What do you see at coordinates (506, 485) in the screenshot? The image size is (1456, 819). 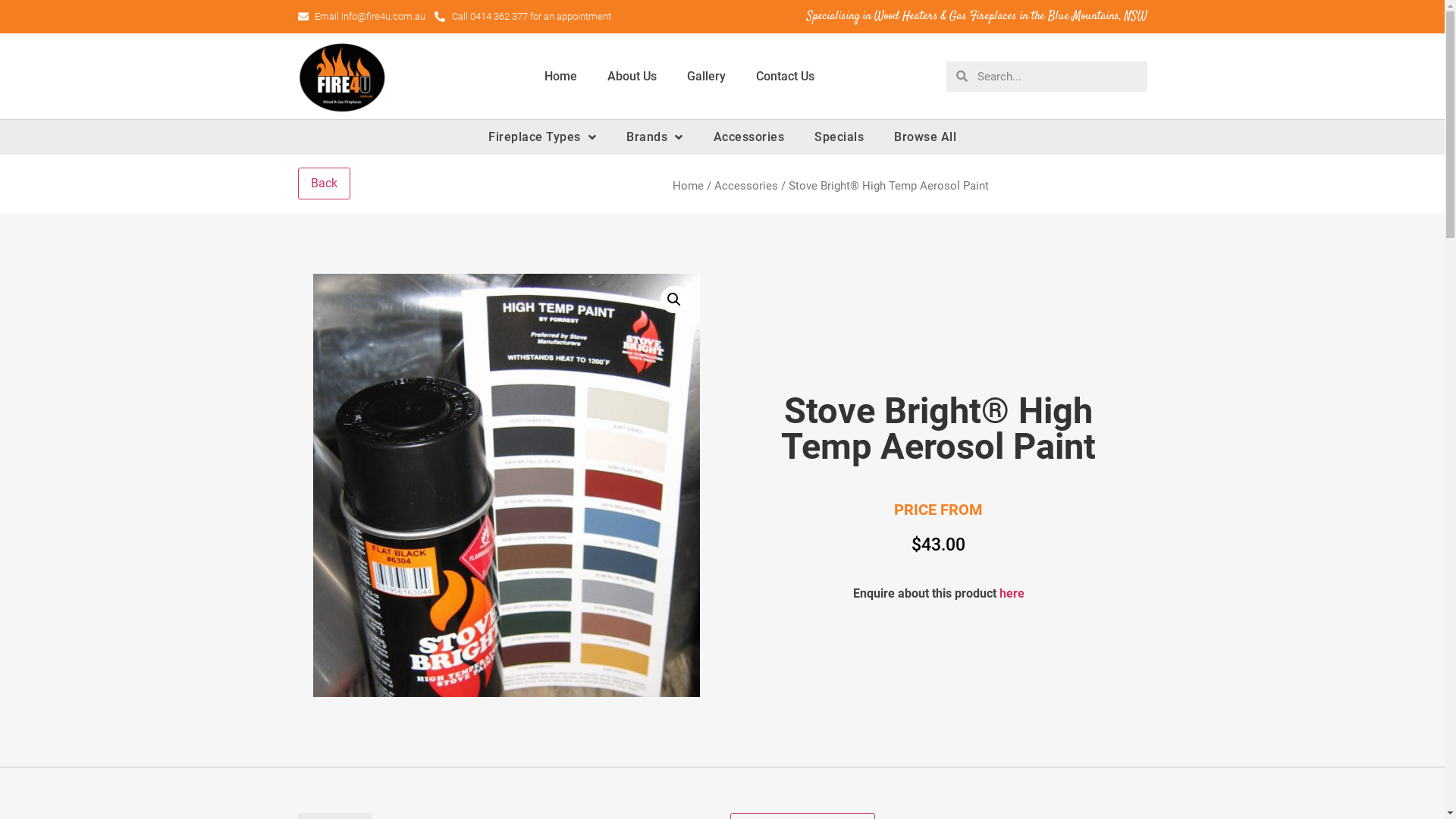 I see `'Hi Temp paint'` at bounding box center [506, 485].